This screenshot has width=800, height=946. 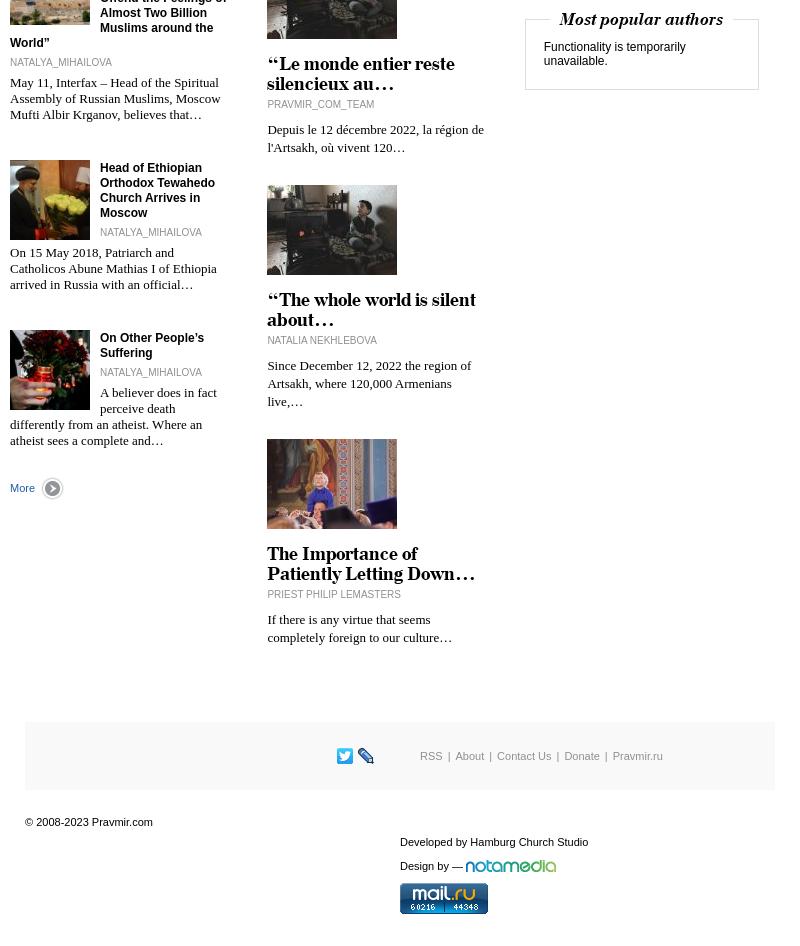 What do you see at coordinates (265, 103) in the screenshot?
I see `'pravmir_com_team'` at bounding box center [265, 103].